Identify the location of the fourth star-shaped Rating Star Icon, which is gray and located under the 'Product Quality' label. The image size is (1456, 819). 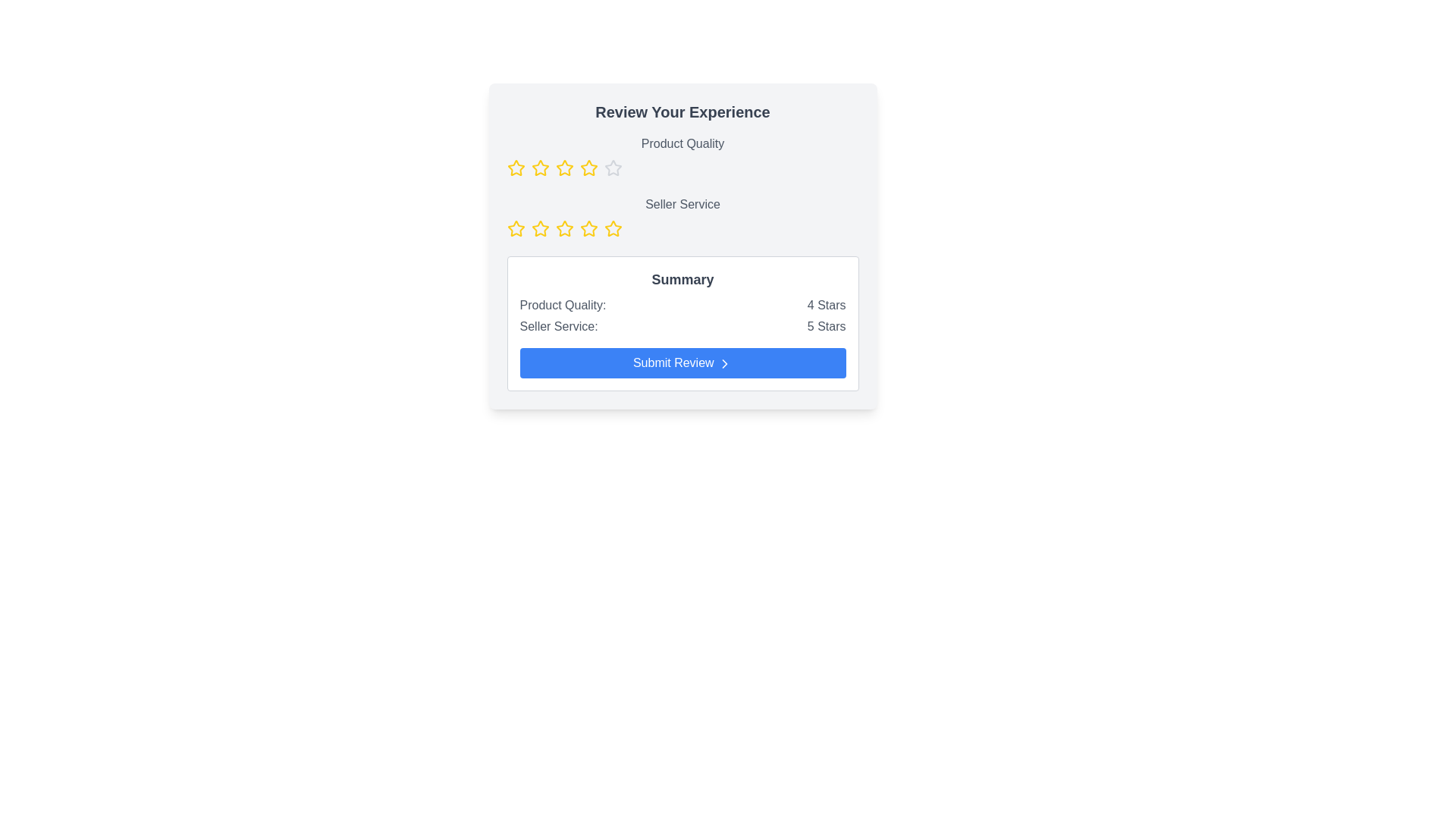
(613, 168).